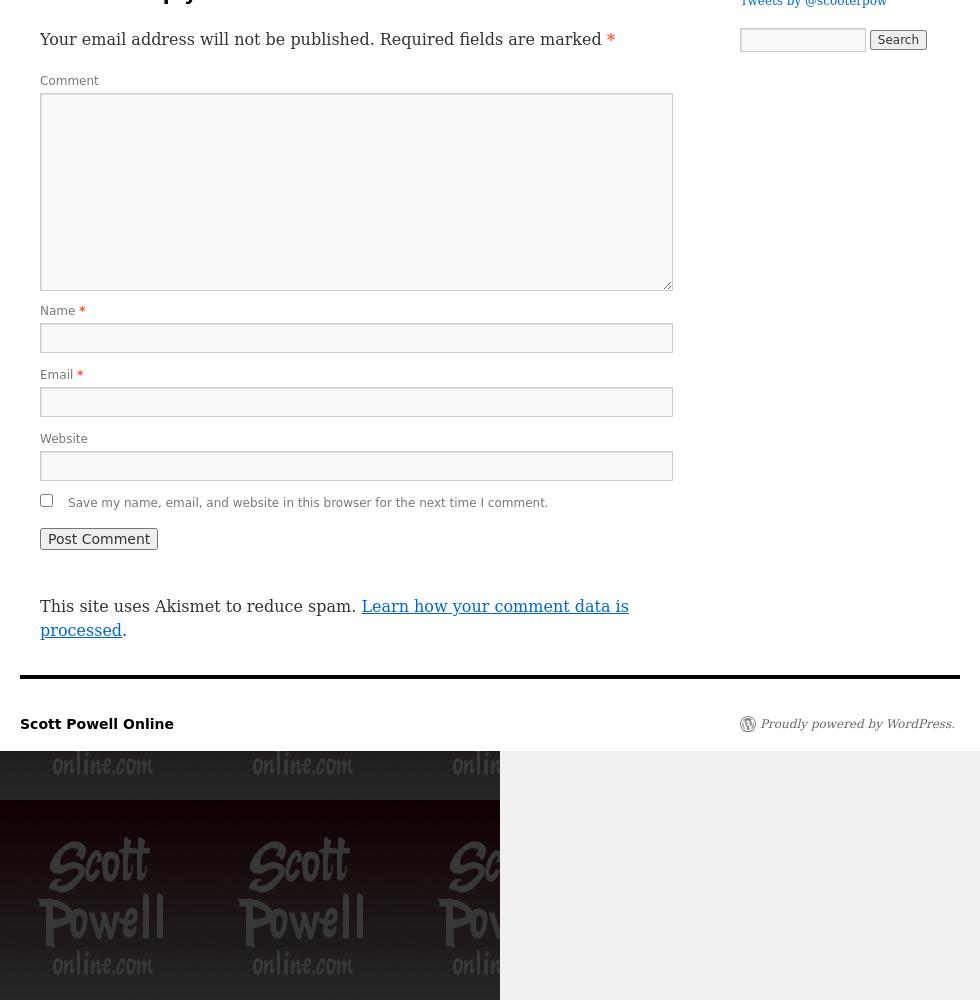  Describe the element at coordinates (200, 605) in the screenshot. I see `'This site uses Akismet to reduce spam.'` at that location.